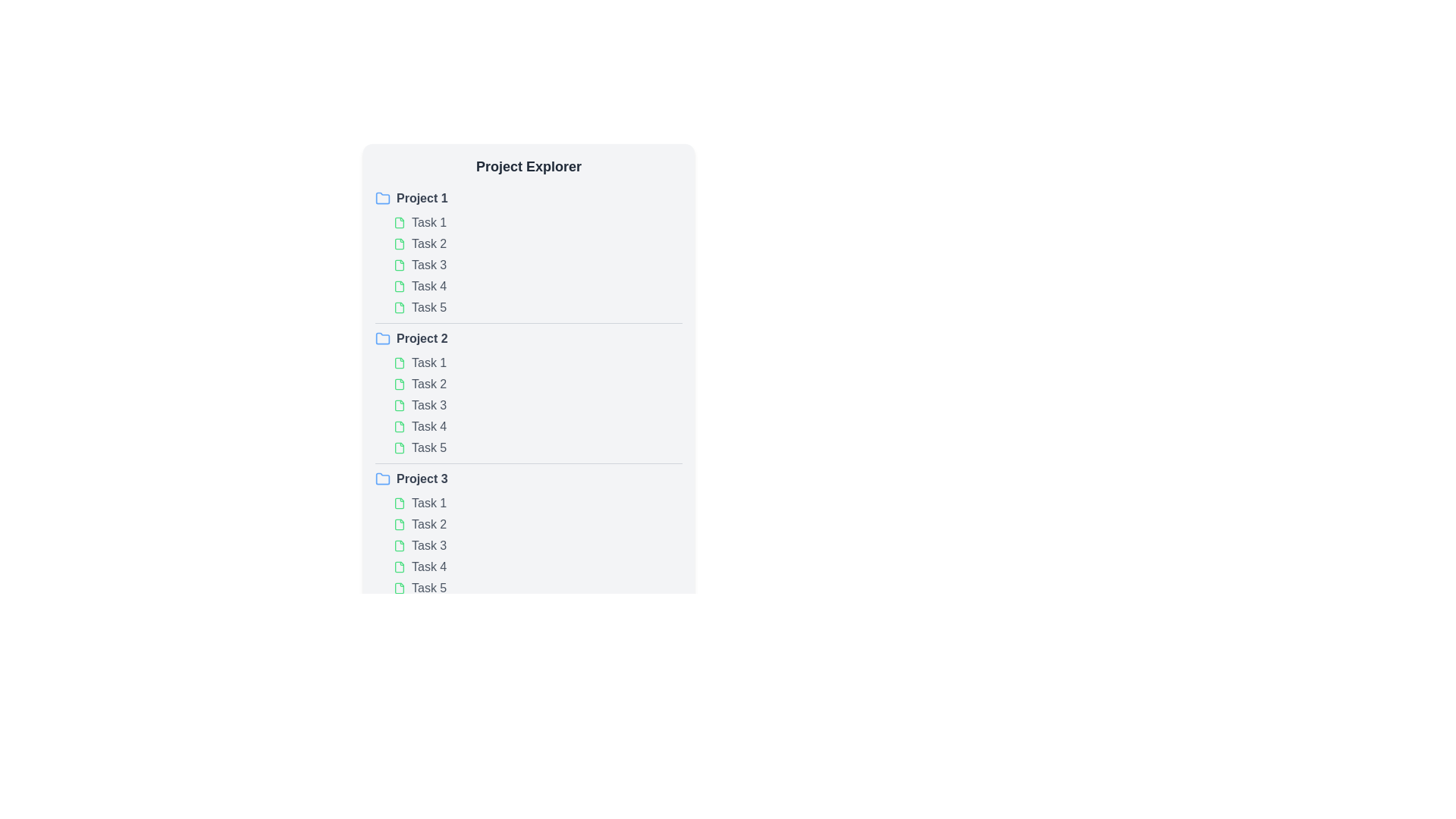 Image resolution: width=1456 pixels, height=819 pixels. What do you see at coordinates (400, 447) in the screenshot?
I see `the icon representing 'Task 5' which is the leftmost element in the row under Project 2` at bounding box center [400, 447].